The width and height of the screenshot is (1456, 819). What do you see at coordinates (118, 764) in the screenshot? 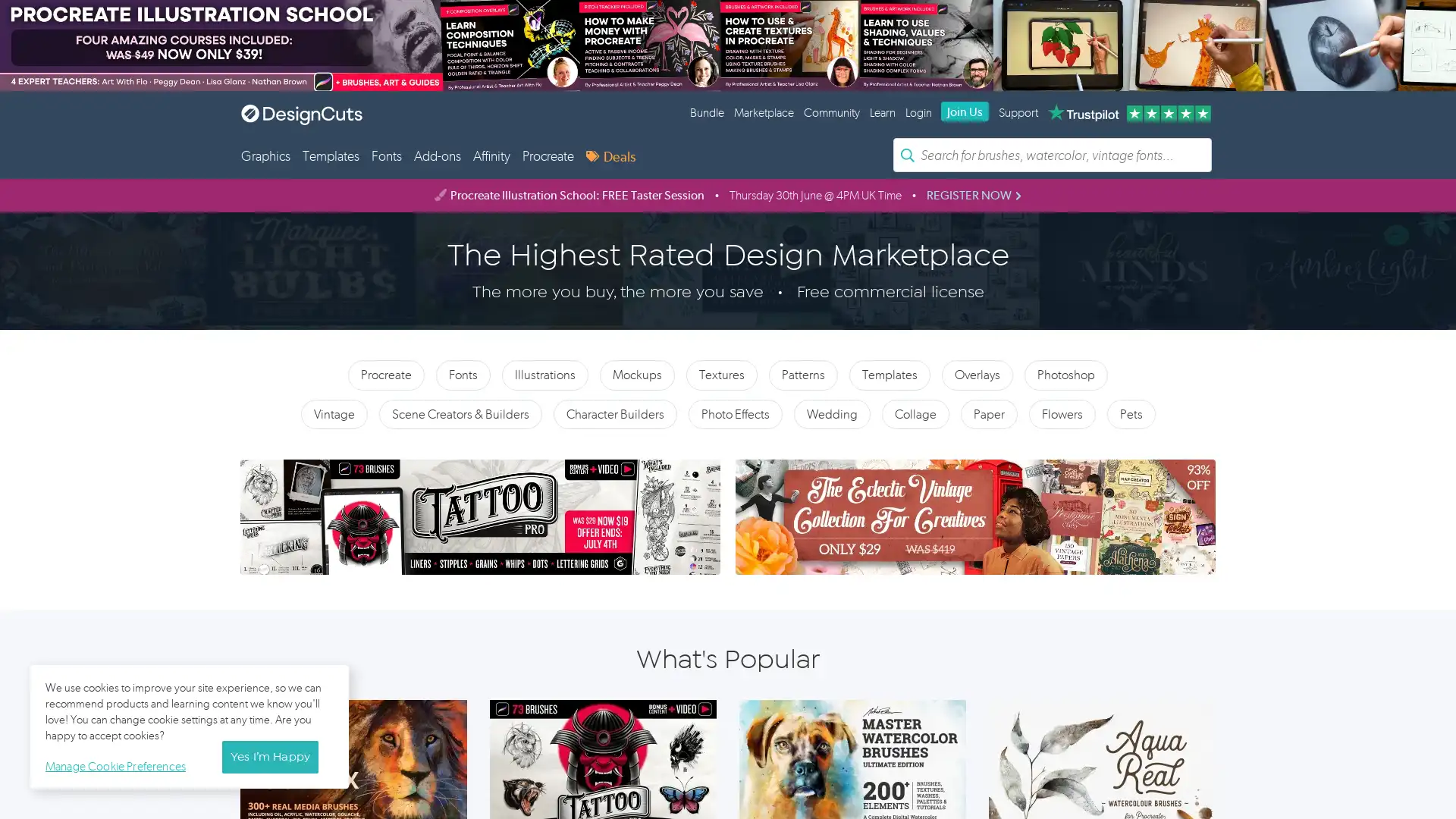
I see `Manage Cookie Preferences` at bounding box center [118, 764].